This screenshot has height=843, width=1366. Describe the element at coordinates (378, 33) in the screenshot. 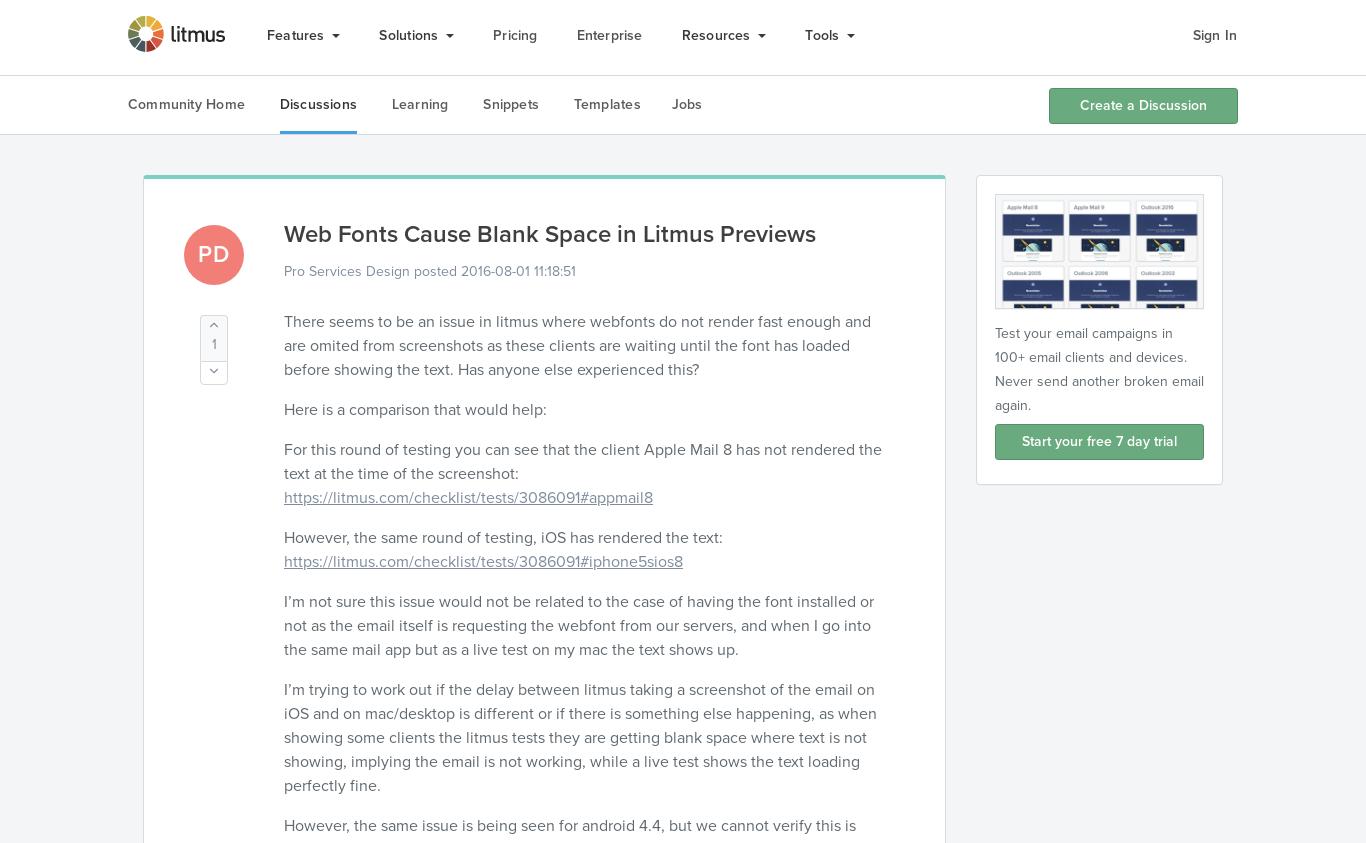

I see `'Solutions'` at that location.